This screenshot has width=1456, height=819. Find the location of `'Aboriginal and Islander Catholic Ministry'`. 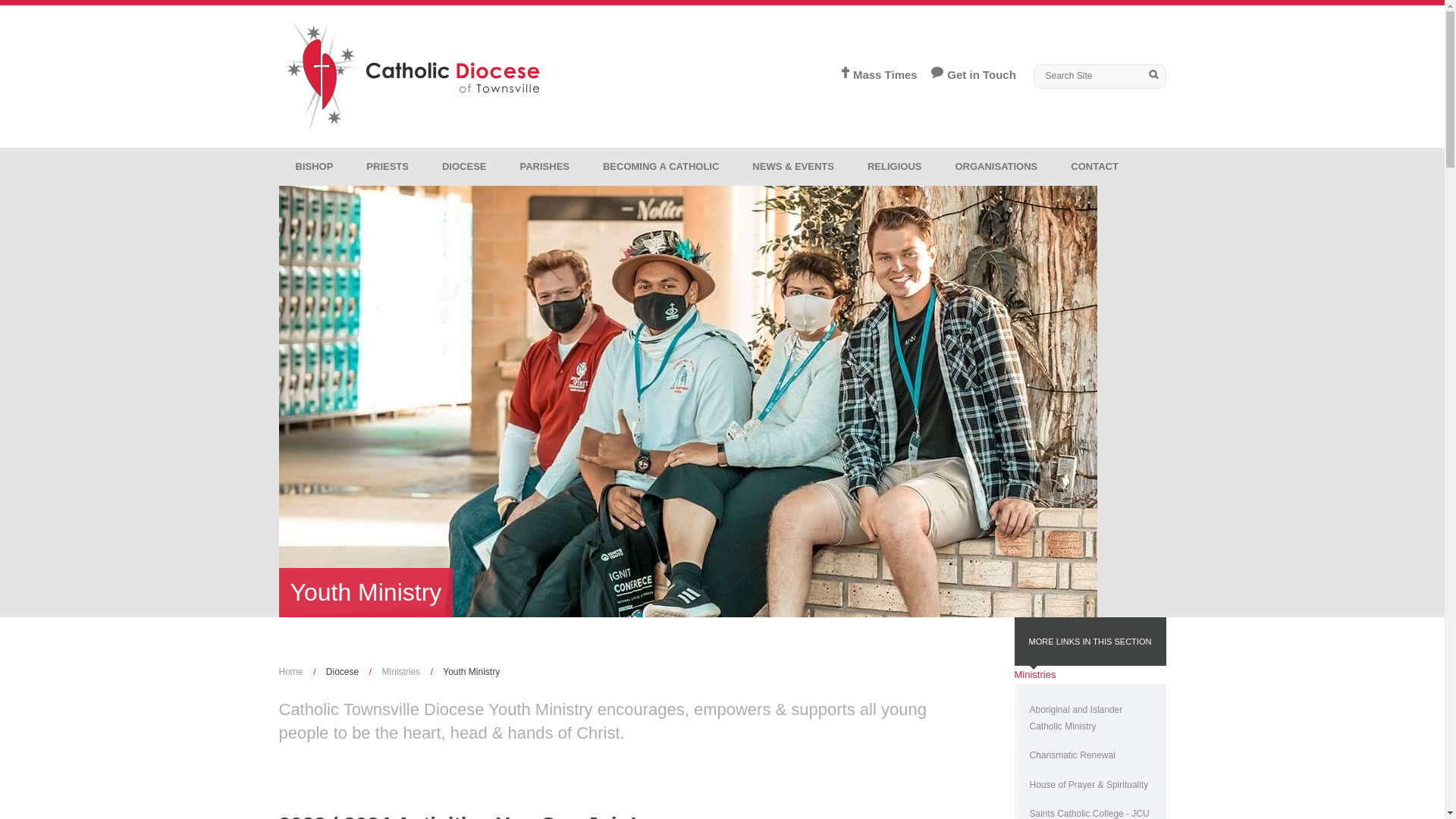

'Aboriginal and Islander Catholic Ministry' is located at coordinates (1090, 717).